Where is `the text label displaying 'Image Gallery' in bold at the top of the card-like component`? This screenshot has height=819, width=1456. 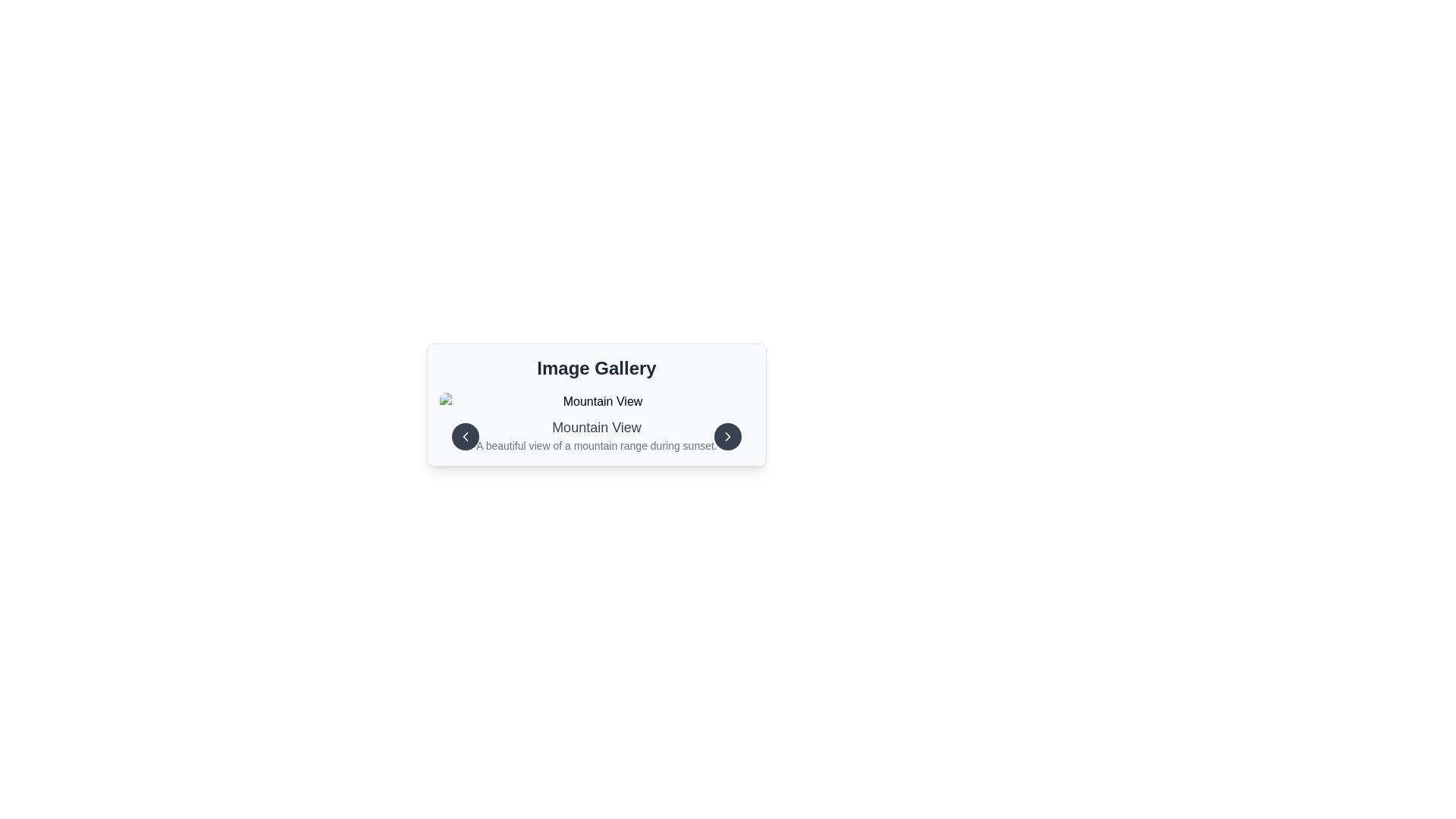
the text label displaying 'Image Gallery' in bold at the top of the card-like component is located at coordinates (596, 369).